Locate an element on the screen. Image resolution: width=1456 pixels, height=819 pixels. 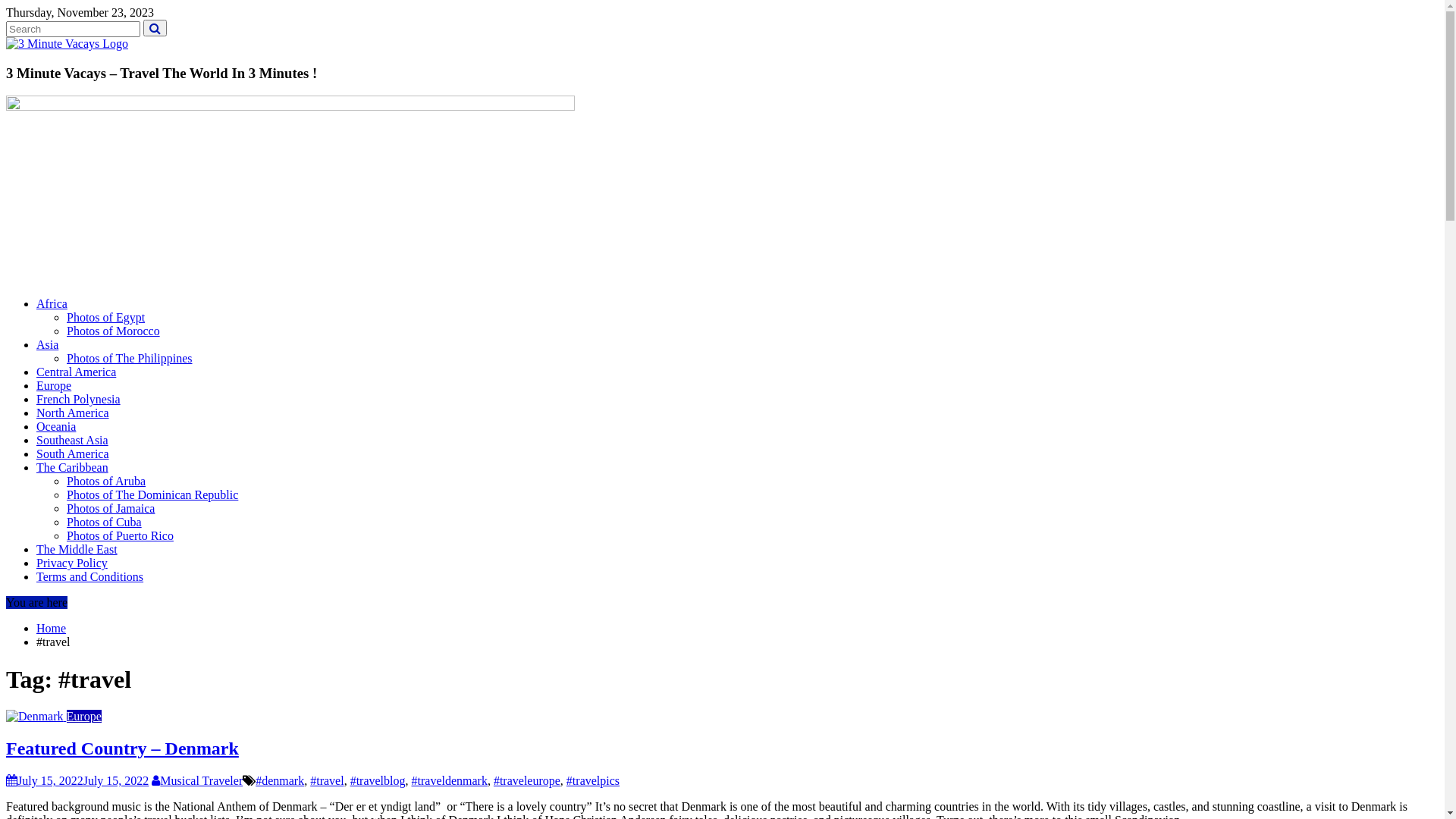
'July 15, 2022July 15, 2022' is located at coordinates (76, 780).